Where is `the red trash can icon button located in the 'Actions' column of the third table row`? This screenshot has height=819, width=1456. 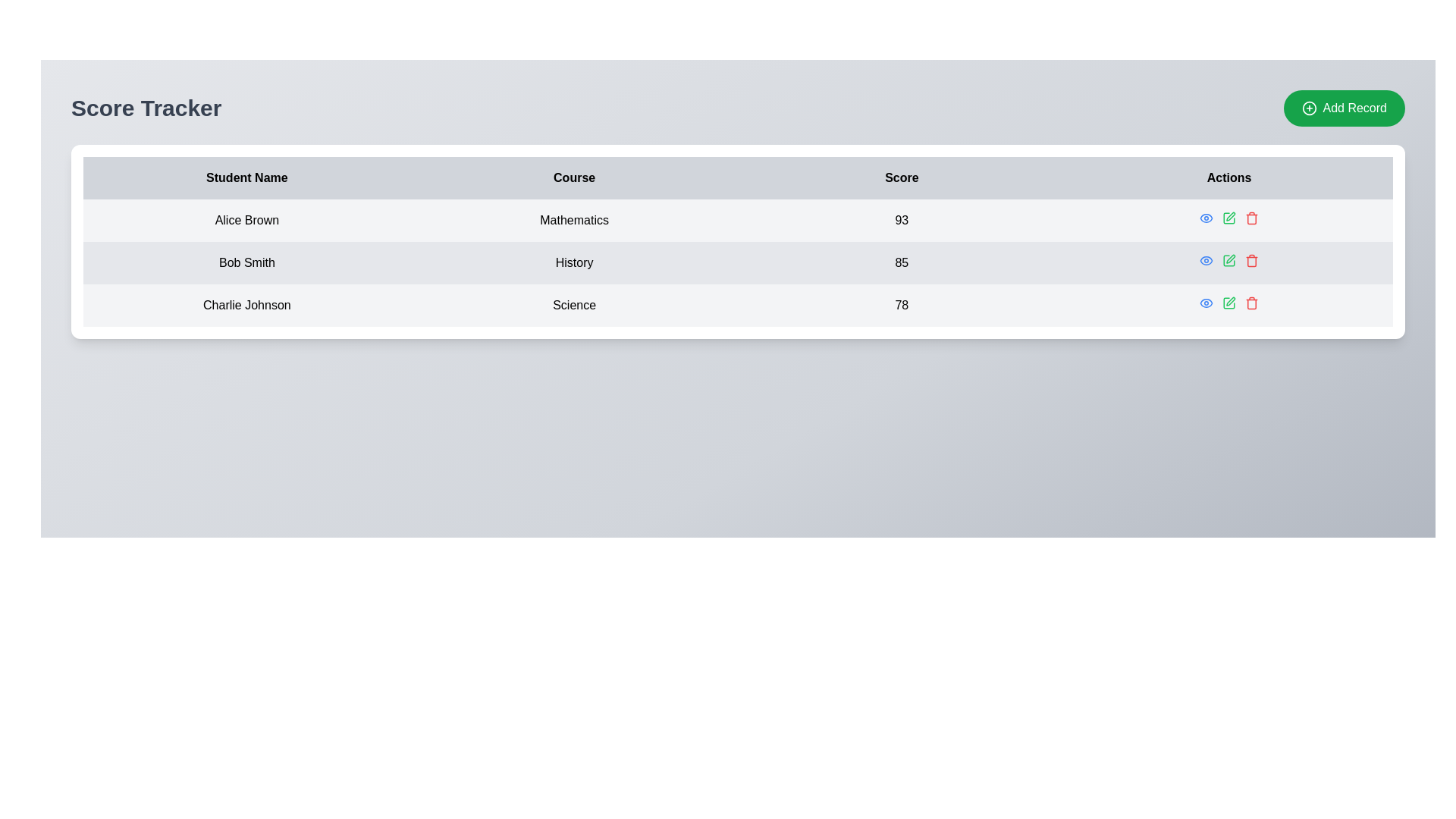
the red trash can icon button located in the 'Actions' column of the third table row is located at coordinates (1252, 303).